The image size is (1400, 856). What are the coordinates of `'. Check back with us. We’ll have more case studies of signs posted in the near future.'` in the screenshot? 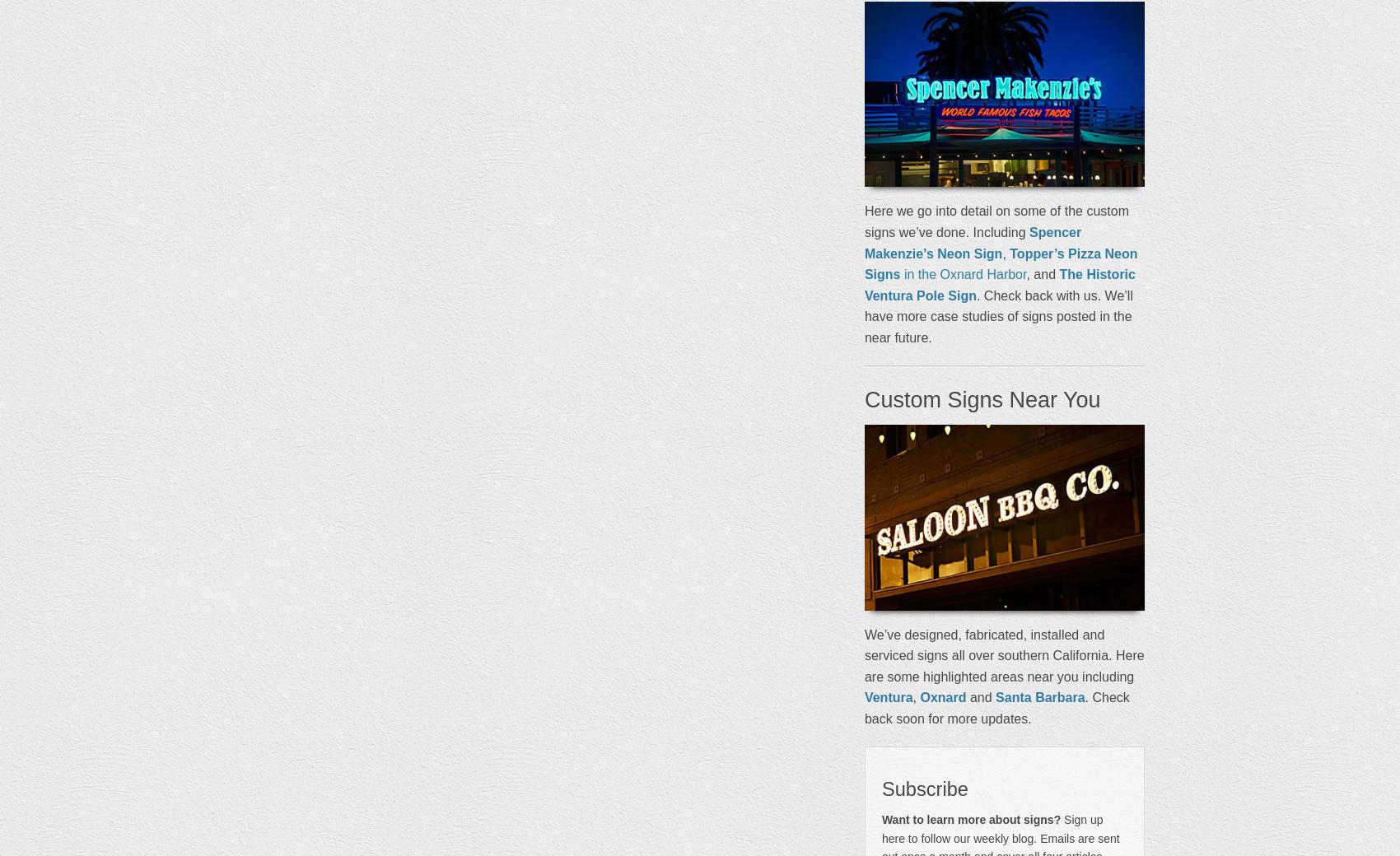 It's located at (996, 315).